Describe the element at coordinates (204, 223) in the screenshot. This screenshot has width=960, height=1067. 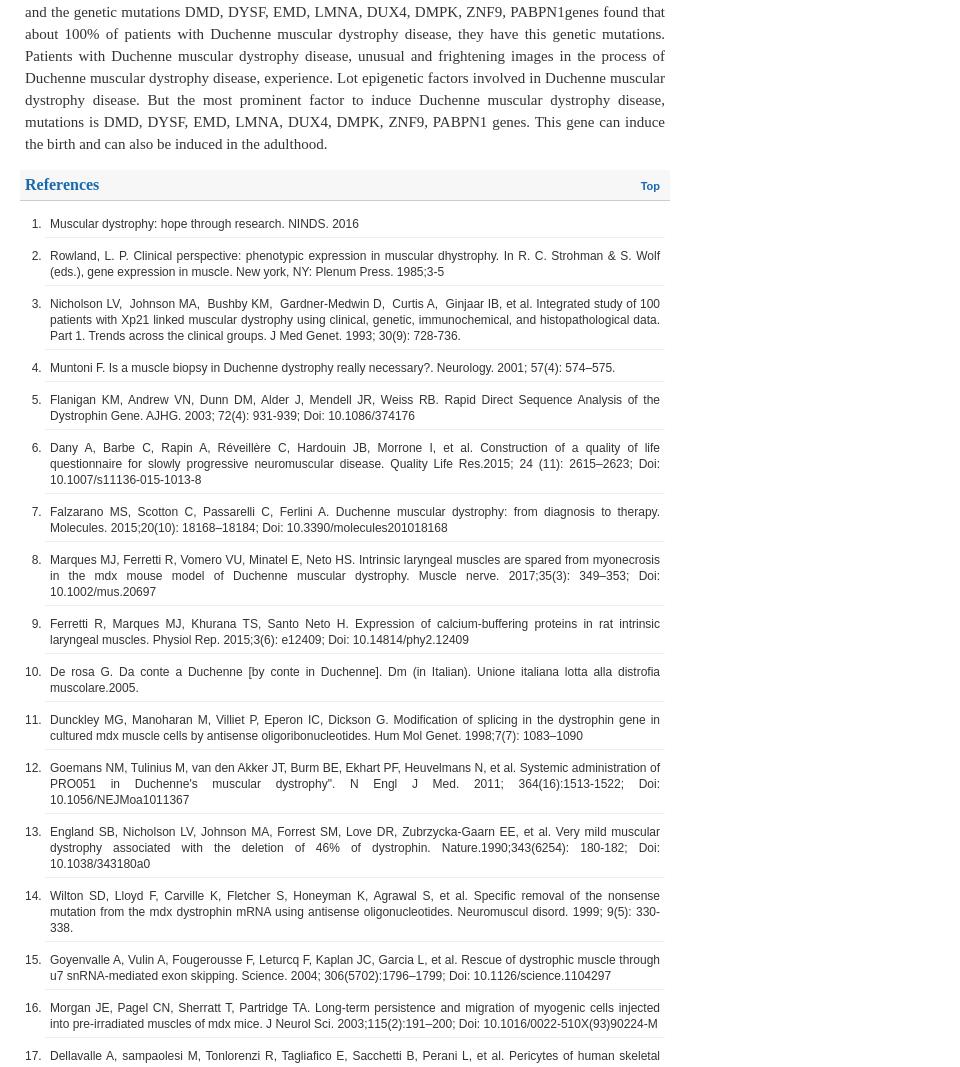
I see `'Muscular  dystrophy: hope through research. NINDS. 2016'` at that location.